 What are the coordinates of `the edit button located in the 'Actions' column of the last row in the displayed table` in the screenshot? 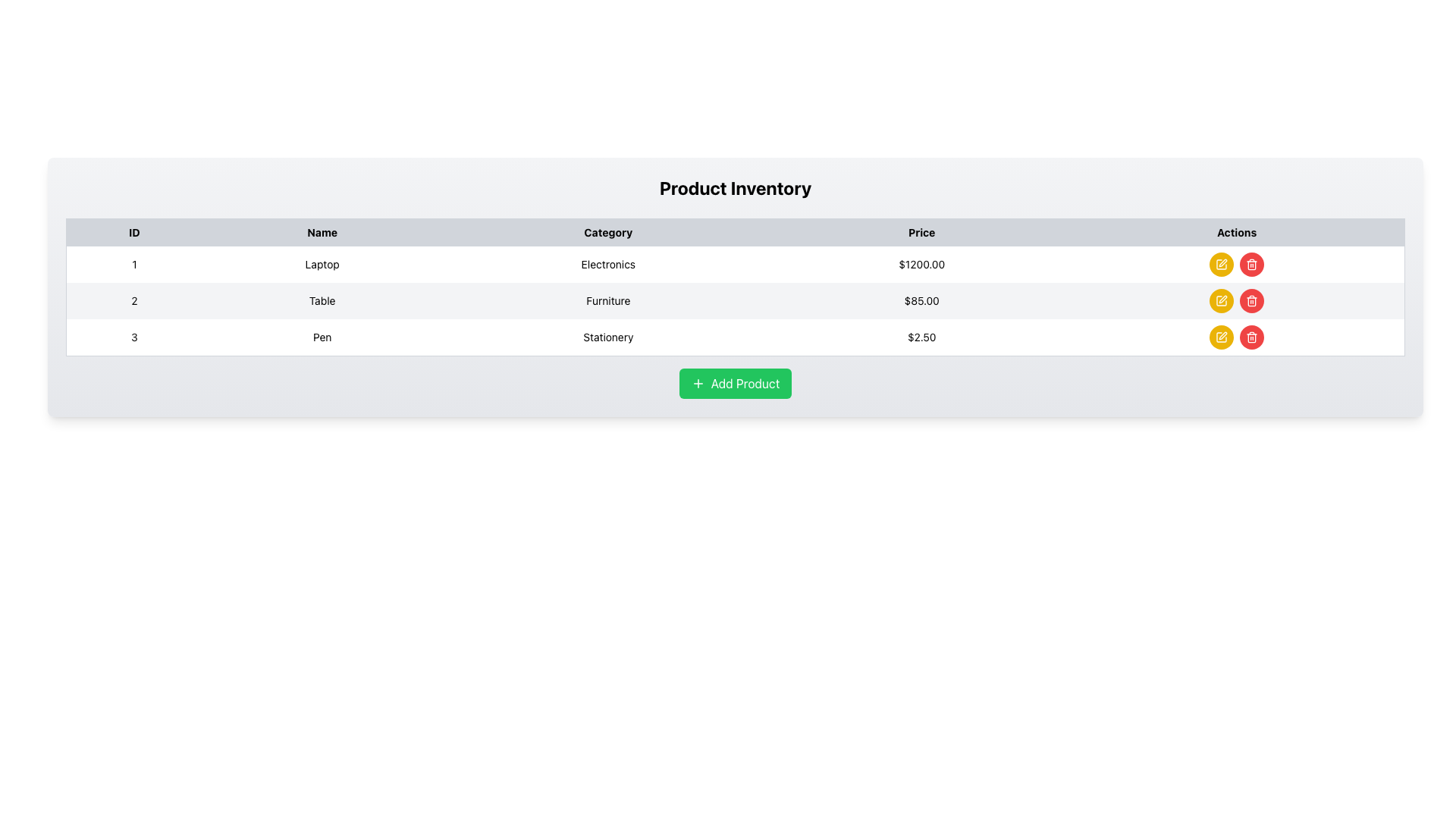 It's located at (1222, 336).